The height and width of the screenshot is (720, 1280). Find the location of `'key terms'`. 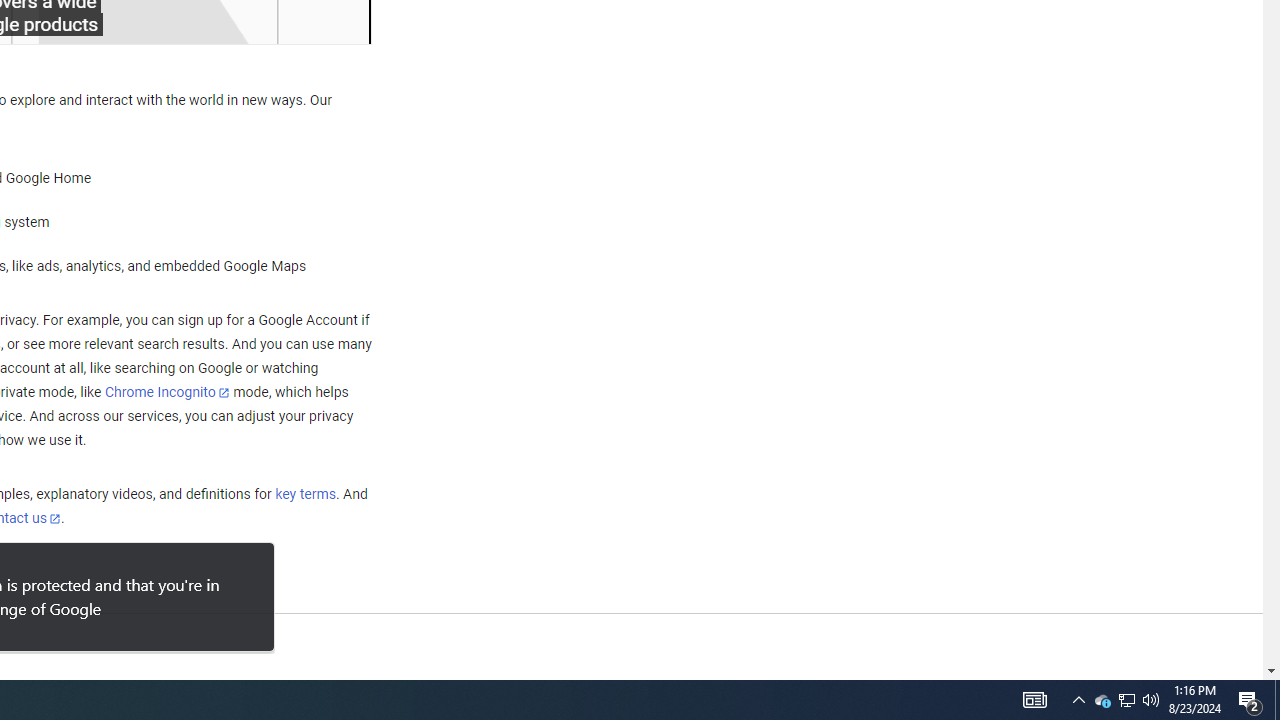

'key terms' is located at coordinates (304, 495).